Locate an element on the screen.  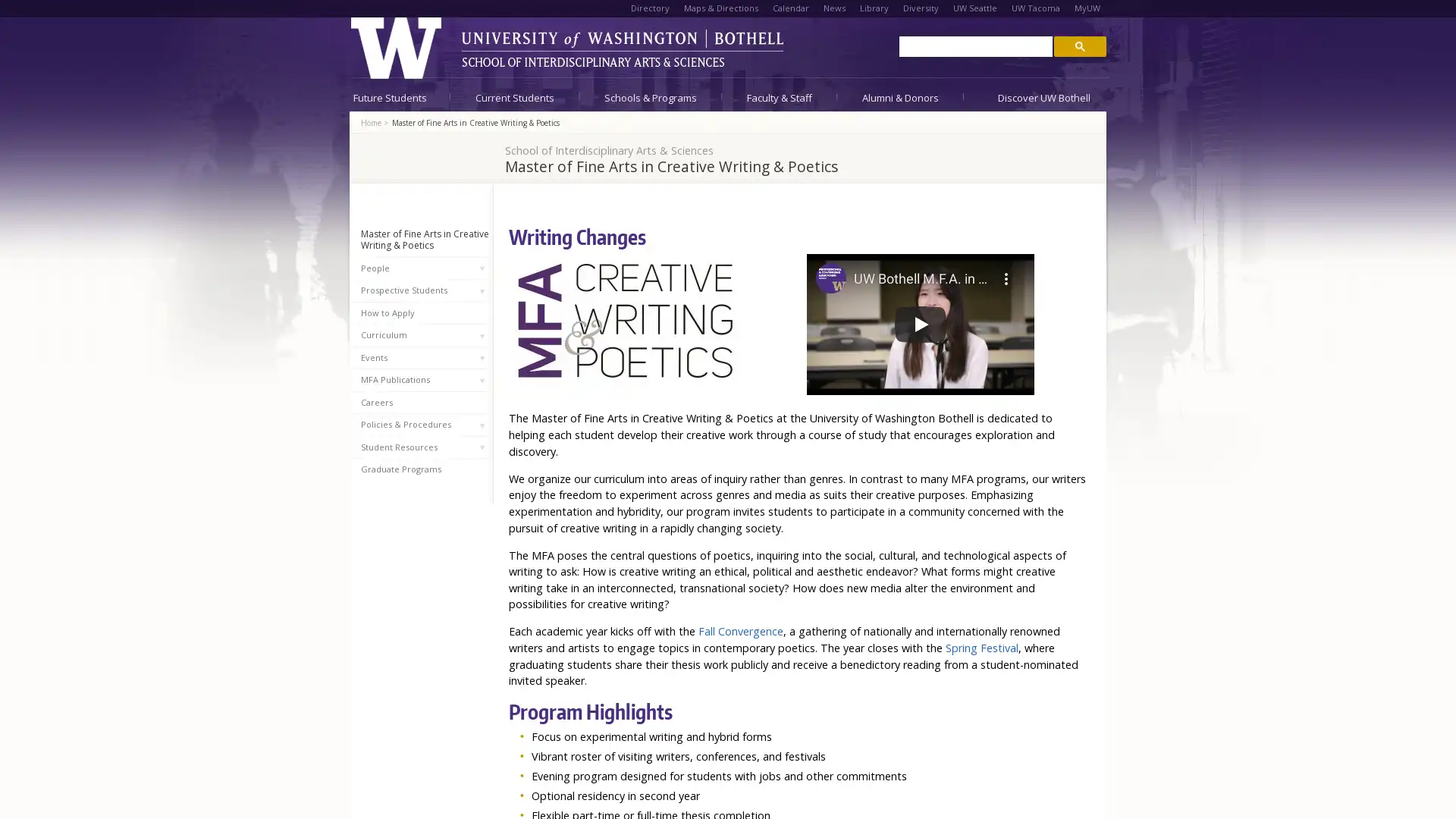
Student Resources Submenu is located at coordinates (482, 447).